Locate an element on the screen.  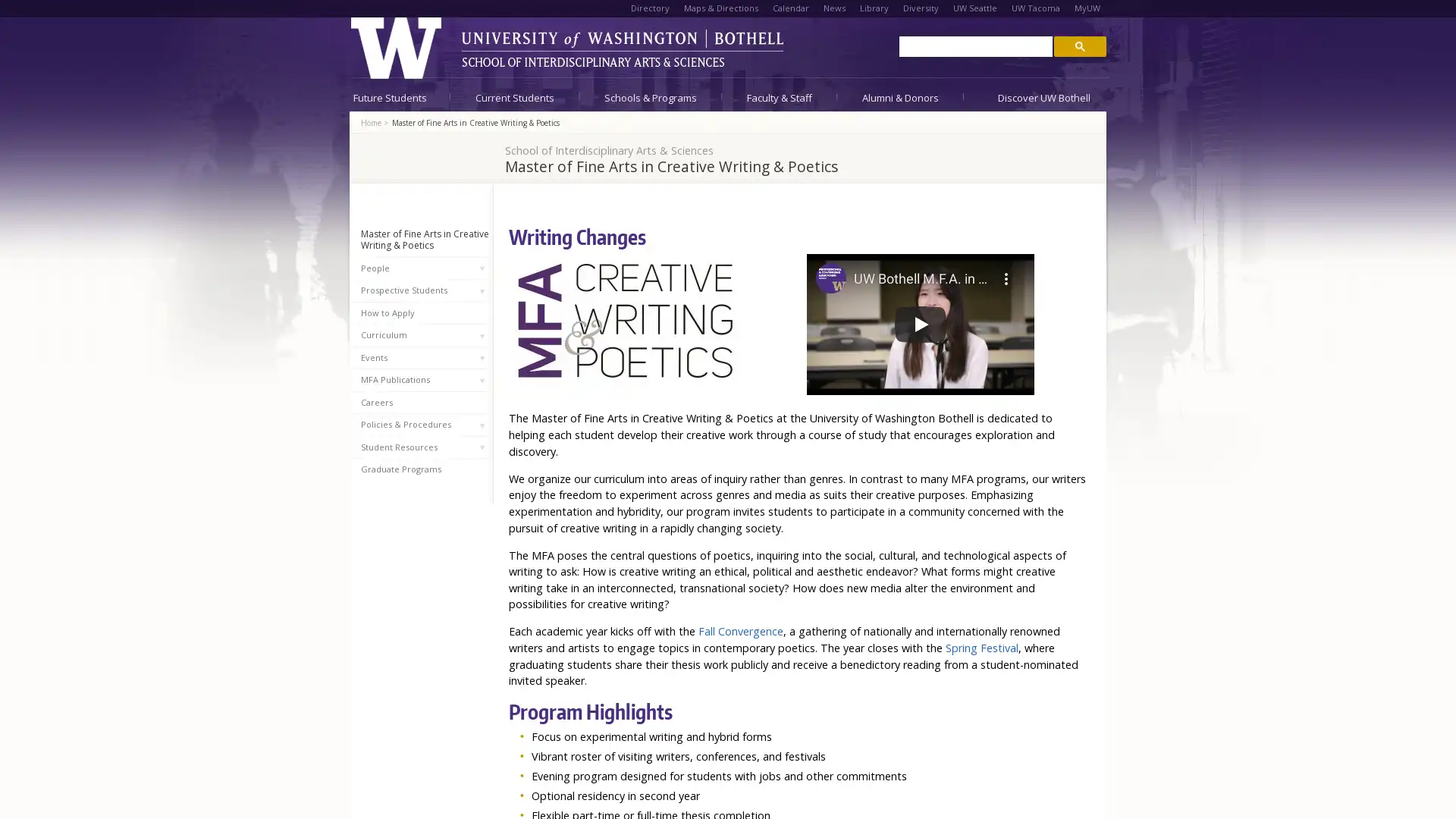
Student Resources Submenu is located at coordinates (482, 447).